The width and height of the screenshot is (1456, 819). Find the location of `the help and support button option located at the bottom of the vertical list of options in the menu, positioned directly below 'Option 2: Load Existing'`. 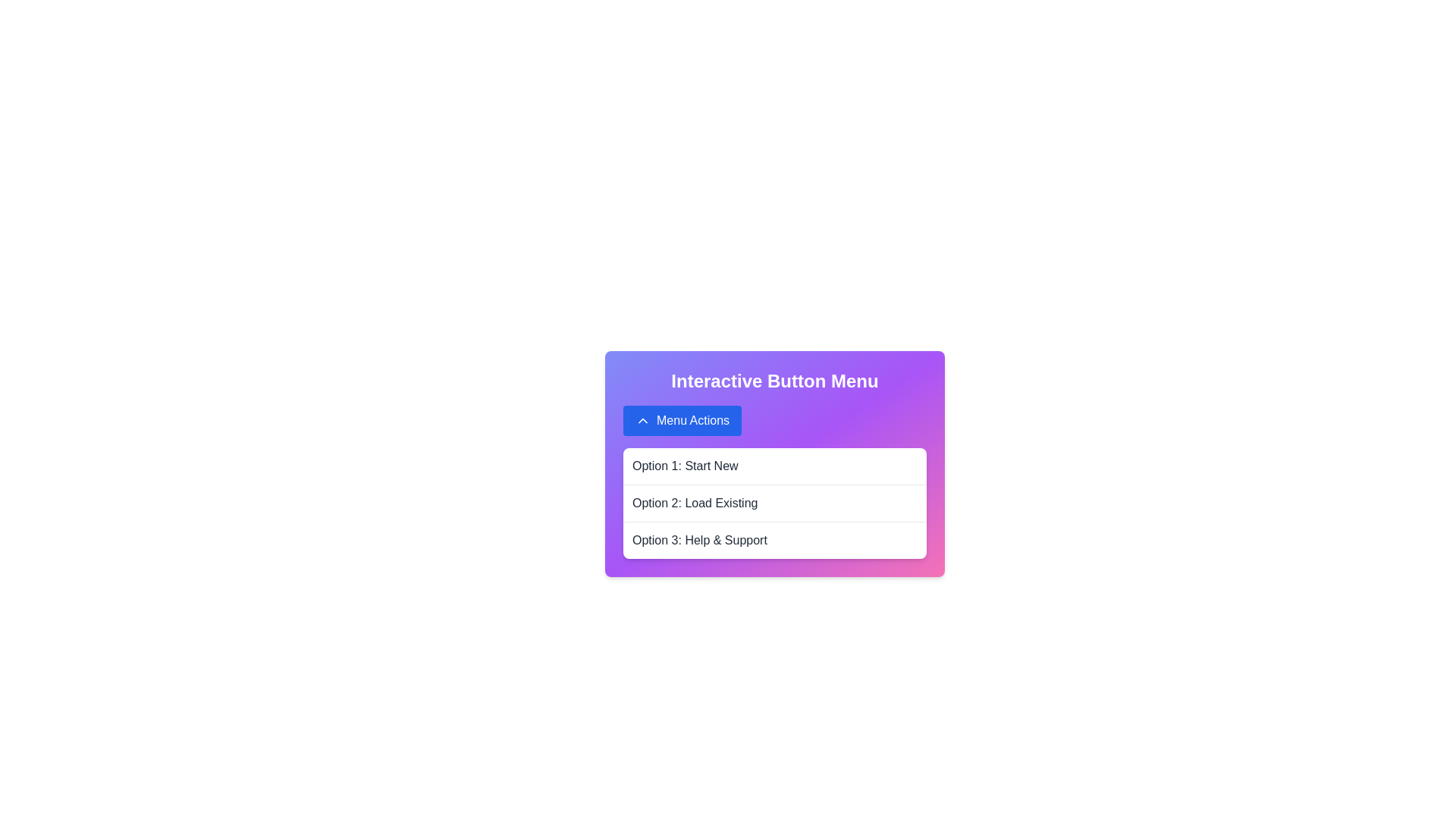

the help and support button option located at the bottom of the vertical list of options in the menu, positioned directly below 'Option 2: Load Existing' is located at coordinates (775, 539).